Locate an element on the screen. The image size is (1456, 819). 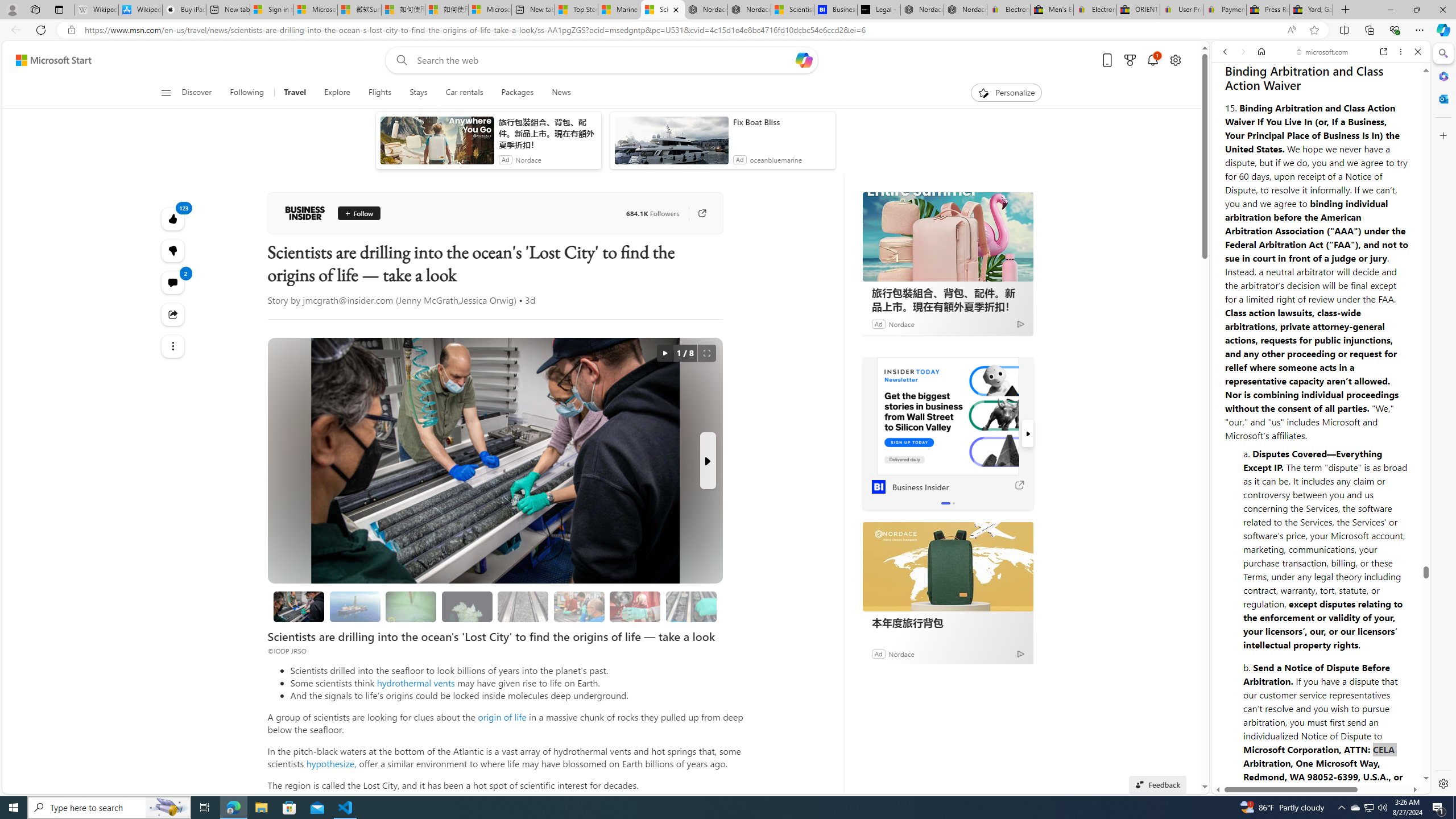
'Flights' is located at coordinates (378, 92).